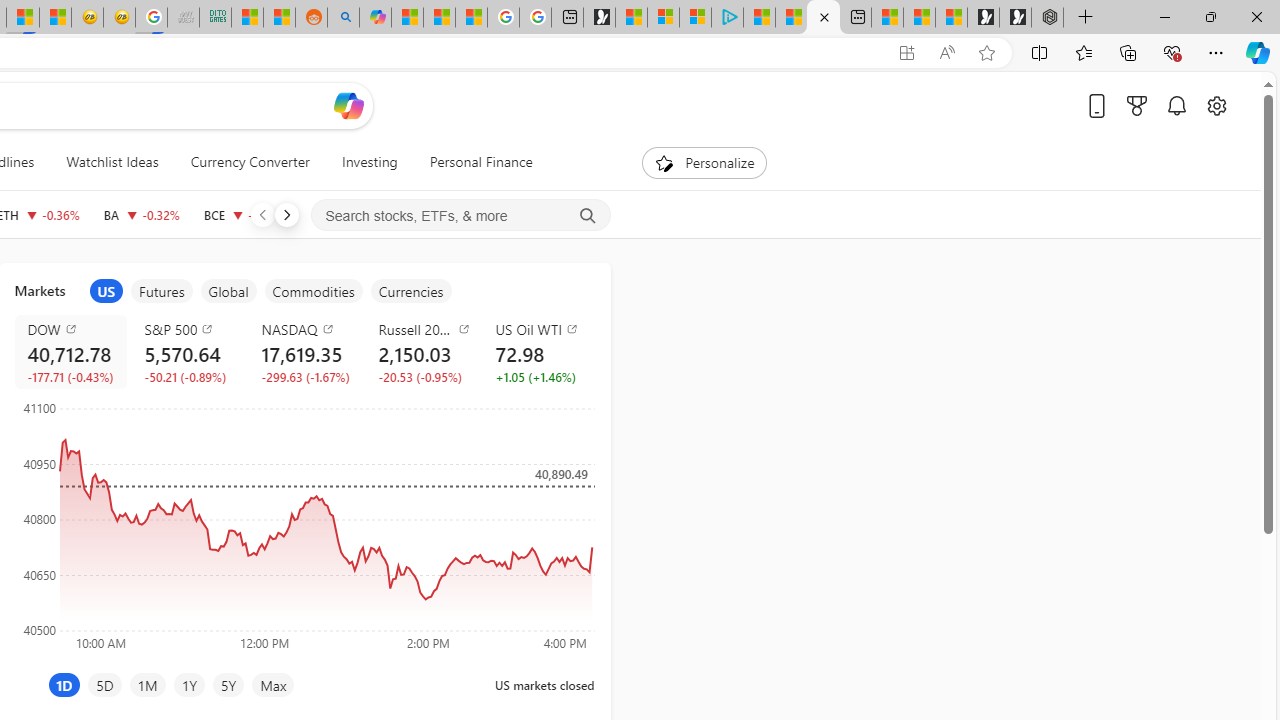  What do you see at coordinates (188, 684) in the screenshot?
I see `'1Y'` at bounding box center [188, 684].